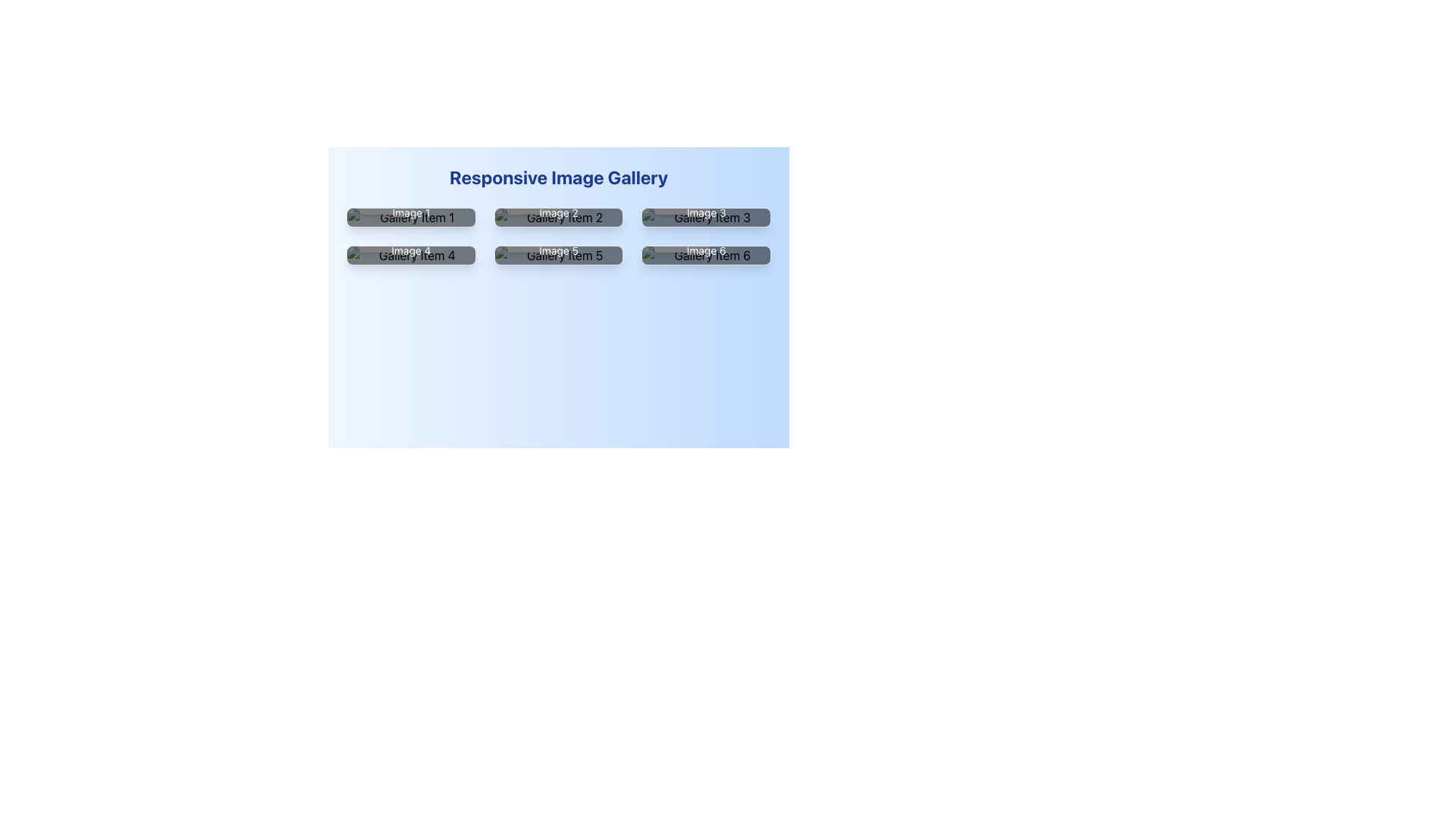 The height and width of the screenshot is (819, 1456). What do you see at coordinates (411, 205) in the screenshot?
I see `the descriptive label overlaying the first image in the gallery grid layout for context` at bounding box center [411, 205].